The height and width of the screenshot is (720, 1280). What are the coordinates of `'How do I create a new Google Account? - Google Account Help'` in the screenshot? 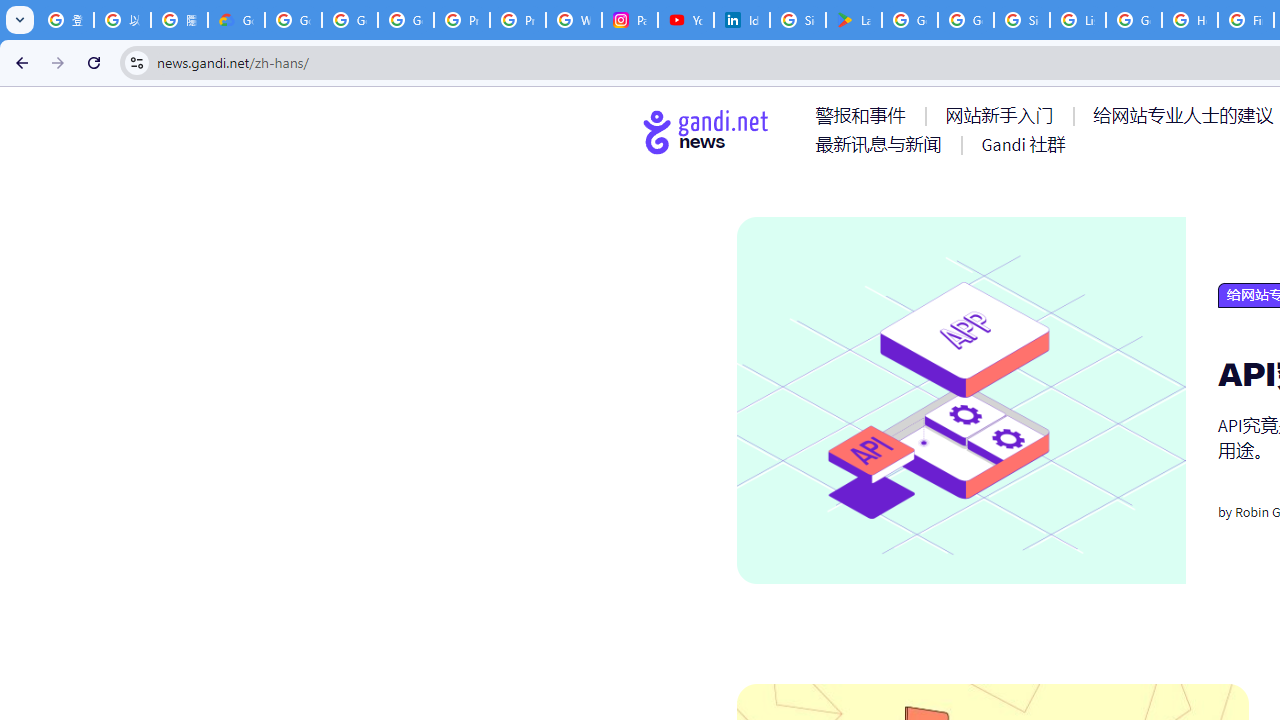 It's located at (1190, 20).